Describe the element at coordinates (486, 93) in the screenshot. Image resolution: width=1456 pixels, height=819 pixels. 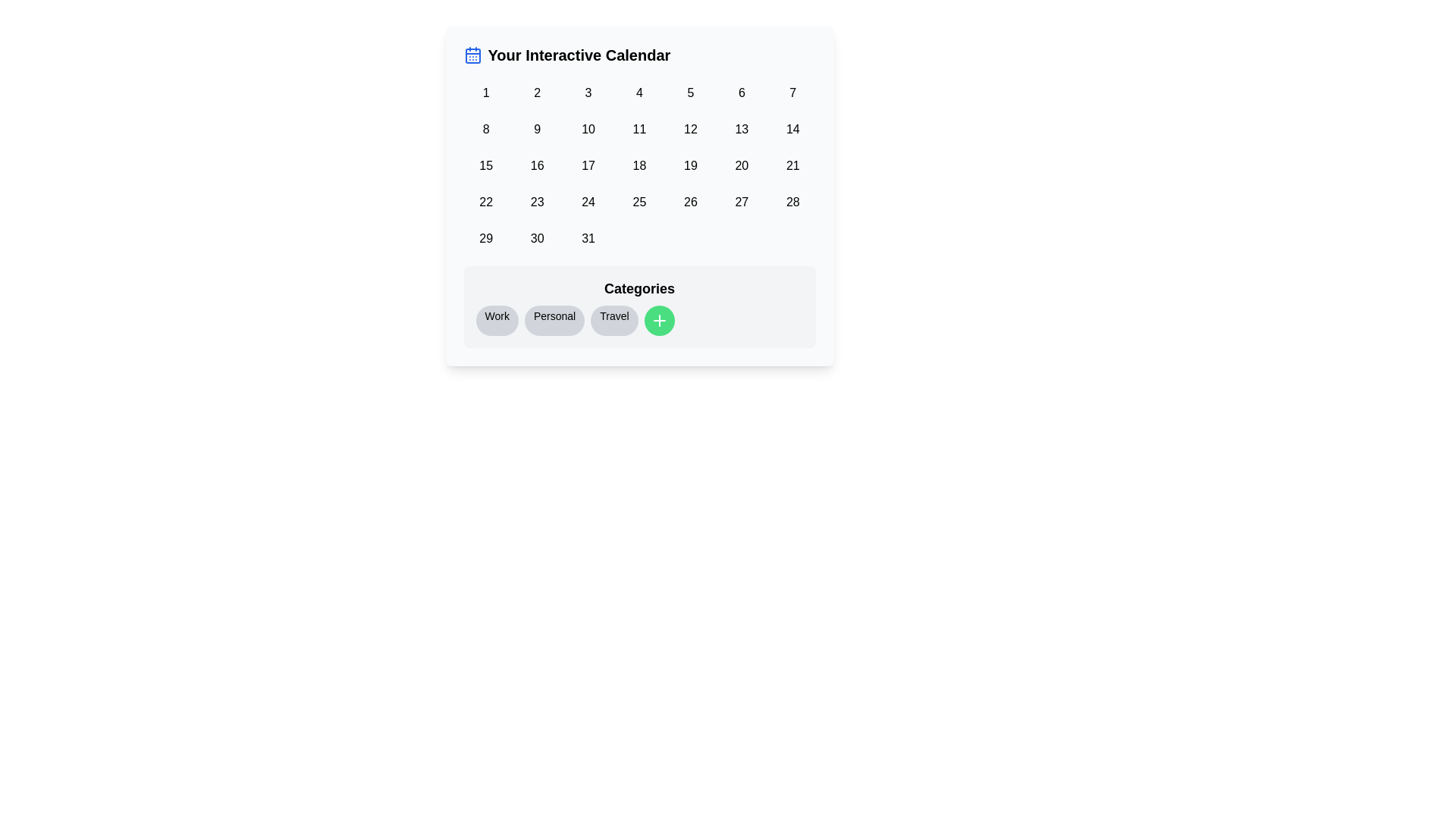
I see `the small rectangular button displaying the text '1' in a bold font, located in the first row, first column of the calendar grid` at that location.